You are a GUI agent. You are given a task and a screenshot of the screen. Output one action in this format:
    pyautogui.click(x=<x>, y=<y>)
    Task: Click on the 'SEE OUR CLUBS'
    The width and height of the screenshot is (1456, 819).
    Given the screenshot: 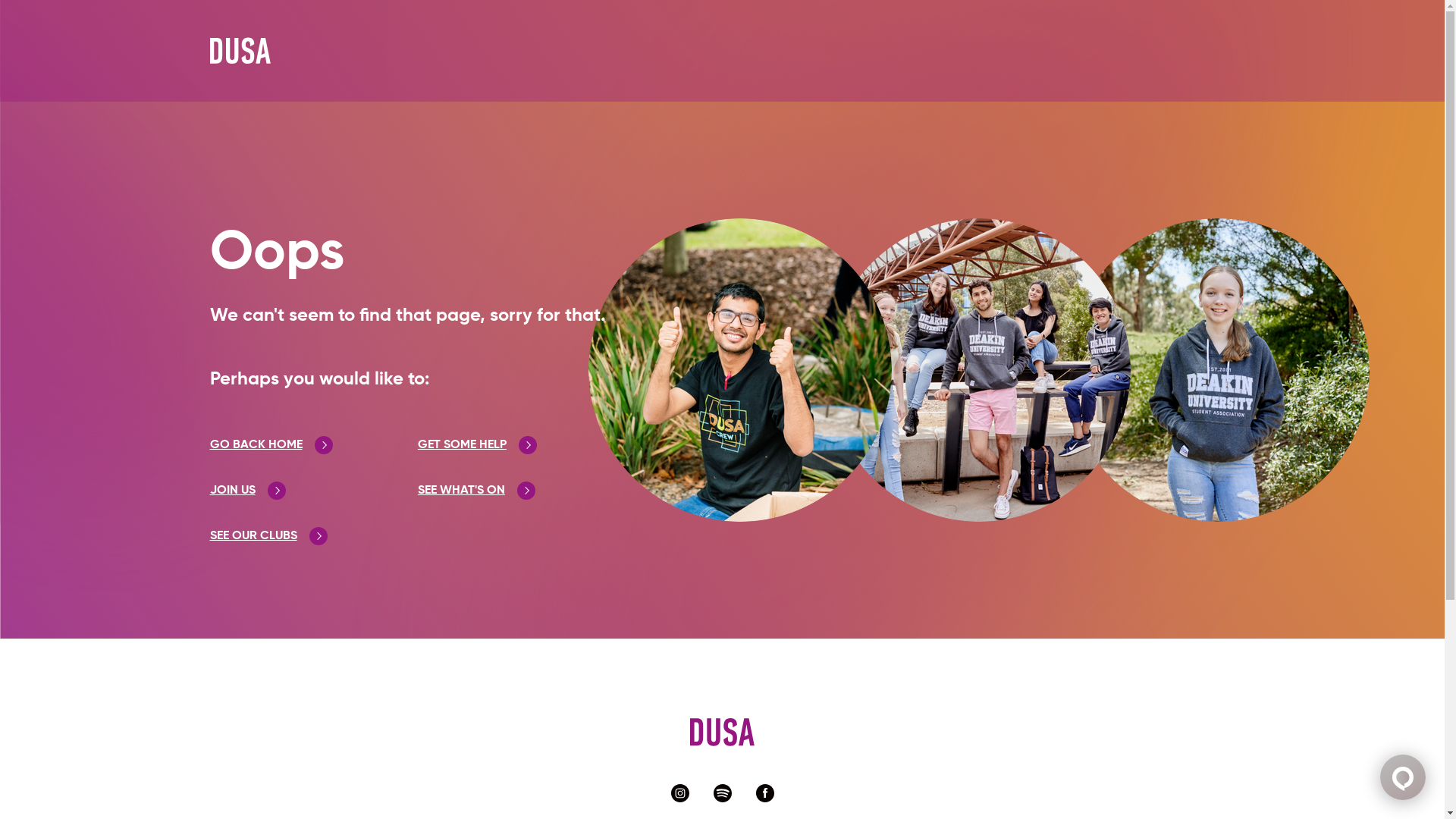 What is the action you would take?
    pyautogui.click(x=268, y=535)
    